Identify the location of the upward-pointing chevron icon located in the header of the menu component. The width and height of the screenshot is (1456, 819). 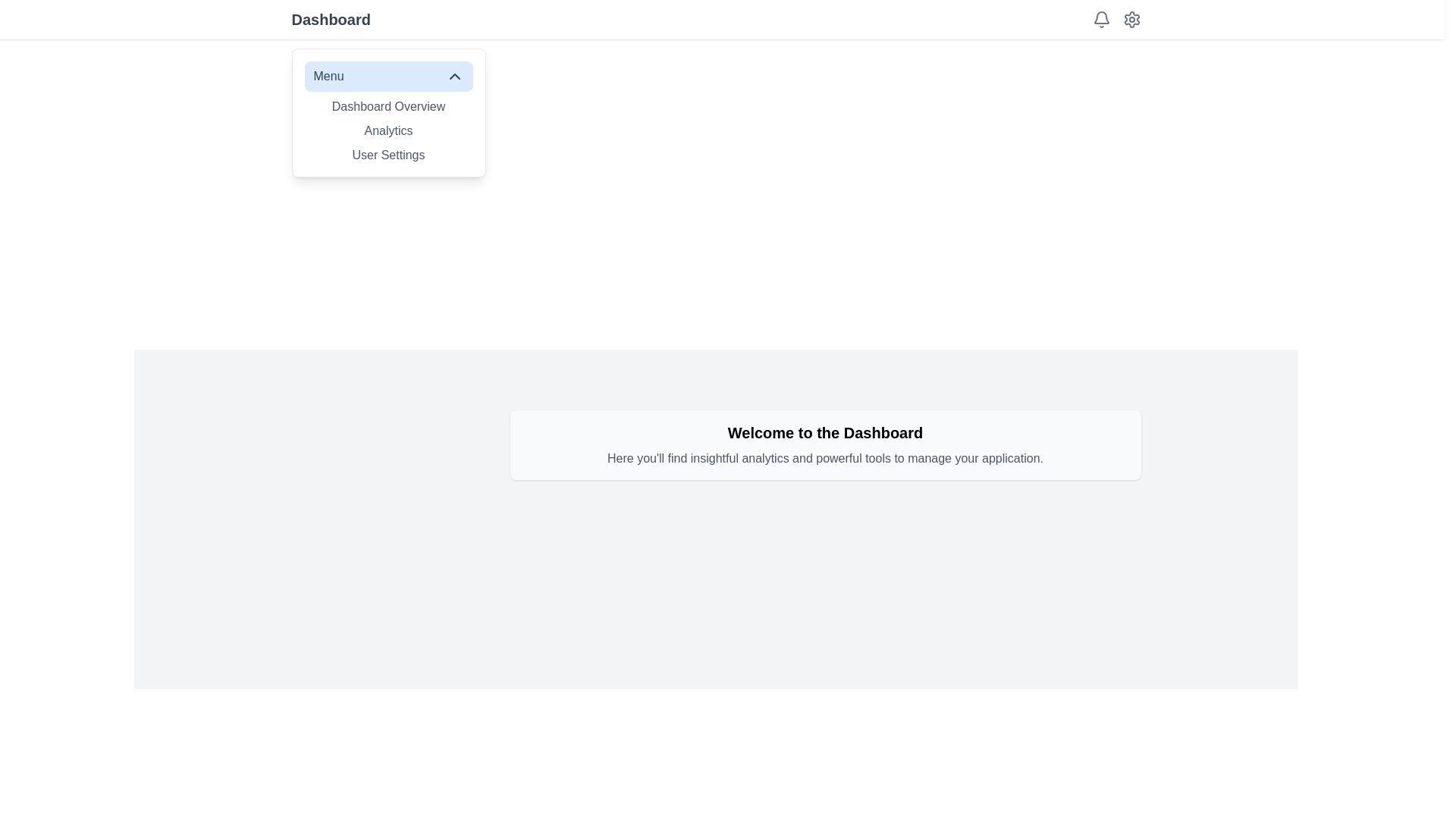
(453, 76).